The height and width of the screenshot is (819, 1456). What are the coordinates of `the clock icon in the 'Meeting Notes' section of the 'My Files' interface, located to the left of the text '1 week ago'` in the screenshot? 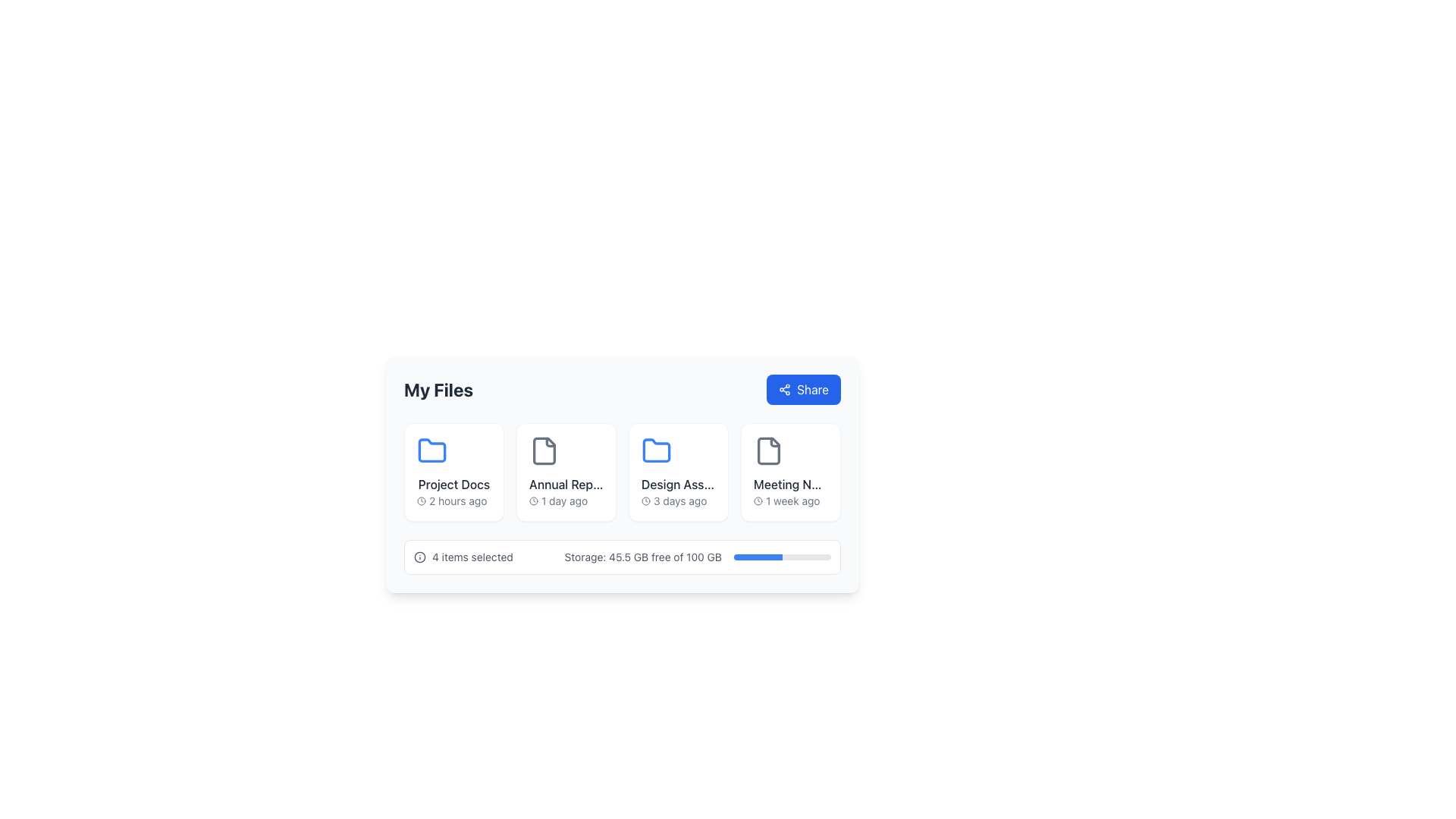 It's located at (758, 500).